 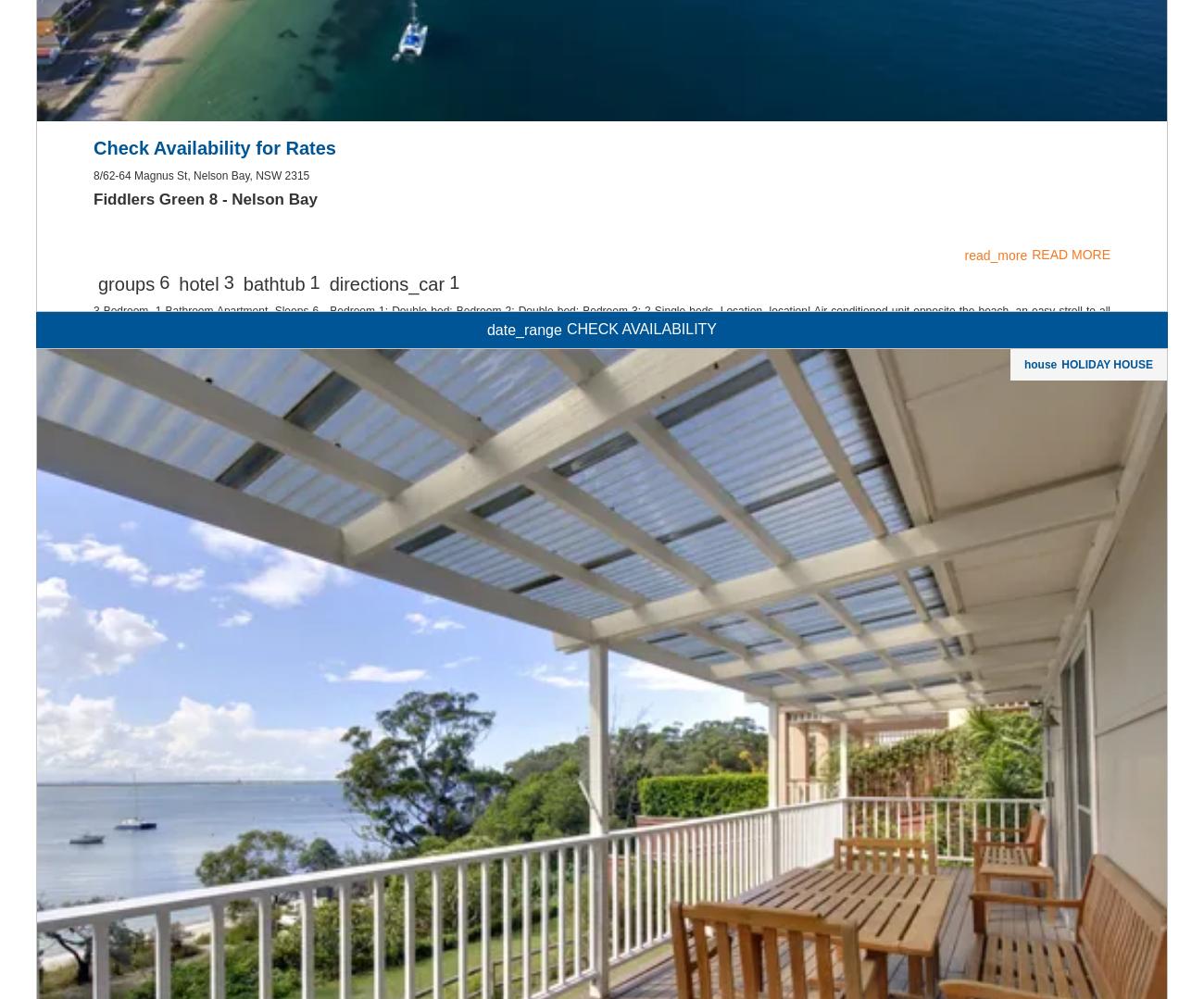 What do you see at coordinates (196, 211) in the screenshot?
I see `'BOOK'` at bounding box center [196, 211].